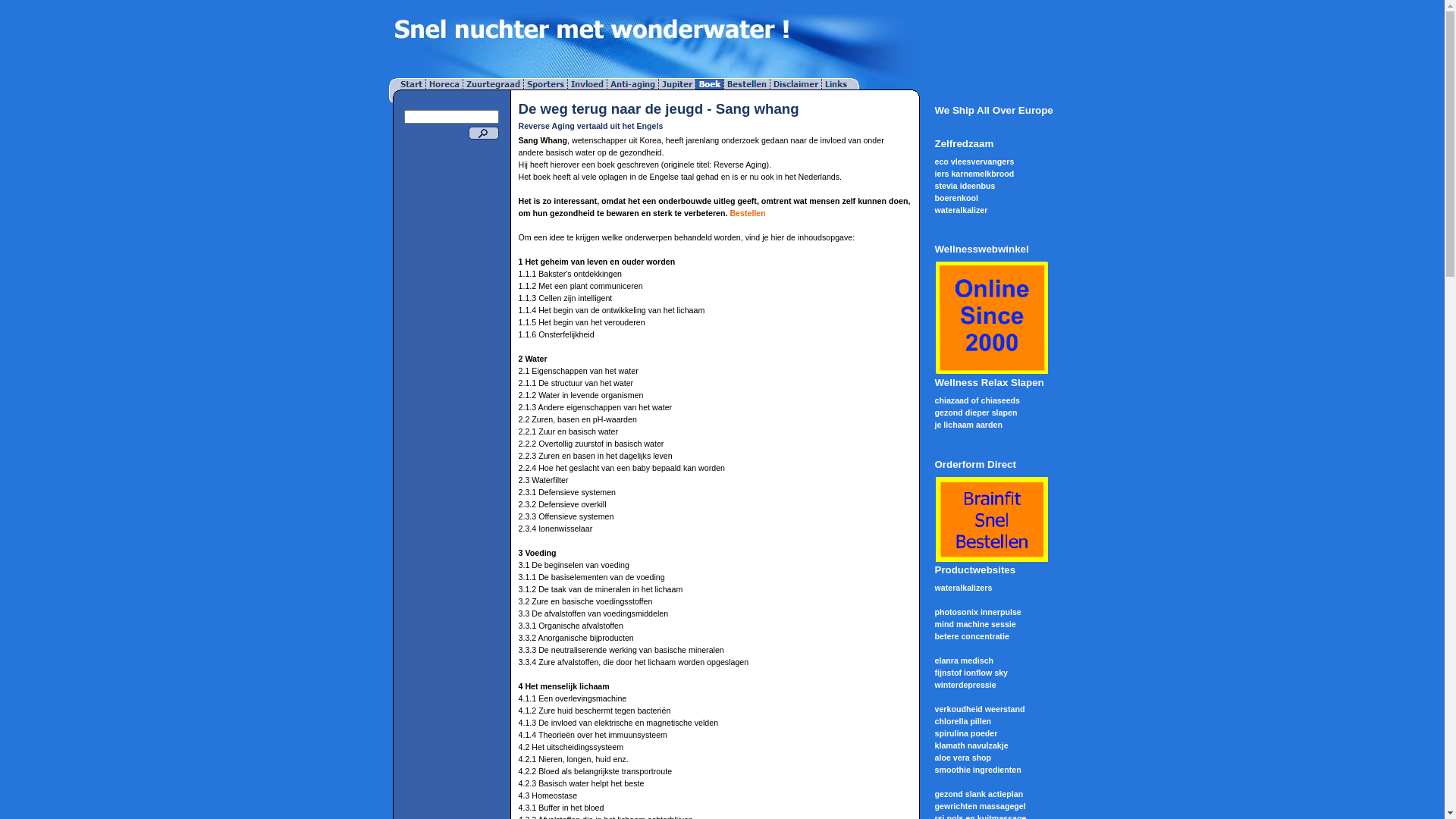  I want to click on 'aloe vera shop', so click(934, 758).